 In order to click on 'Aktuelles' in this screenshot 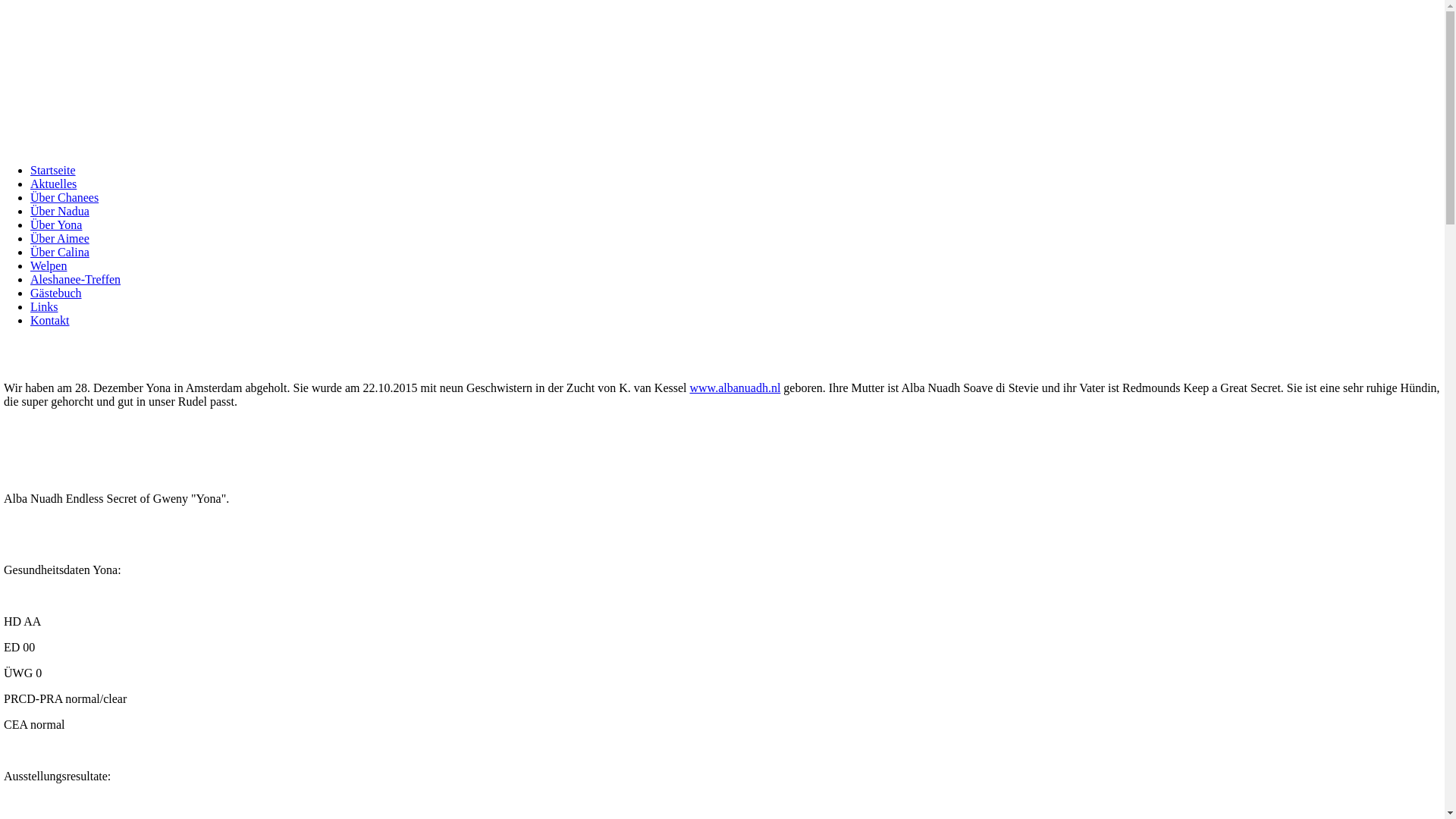, I will do `click(53, 183)`.